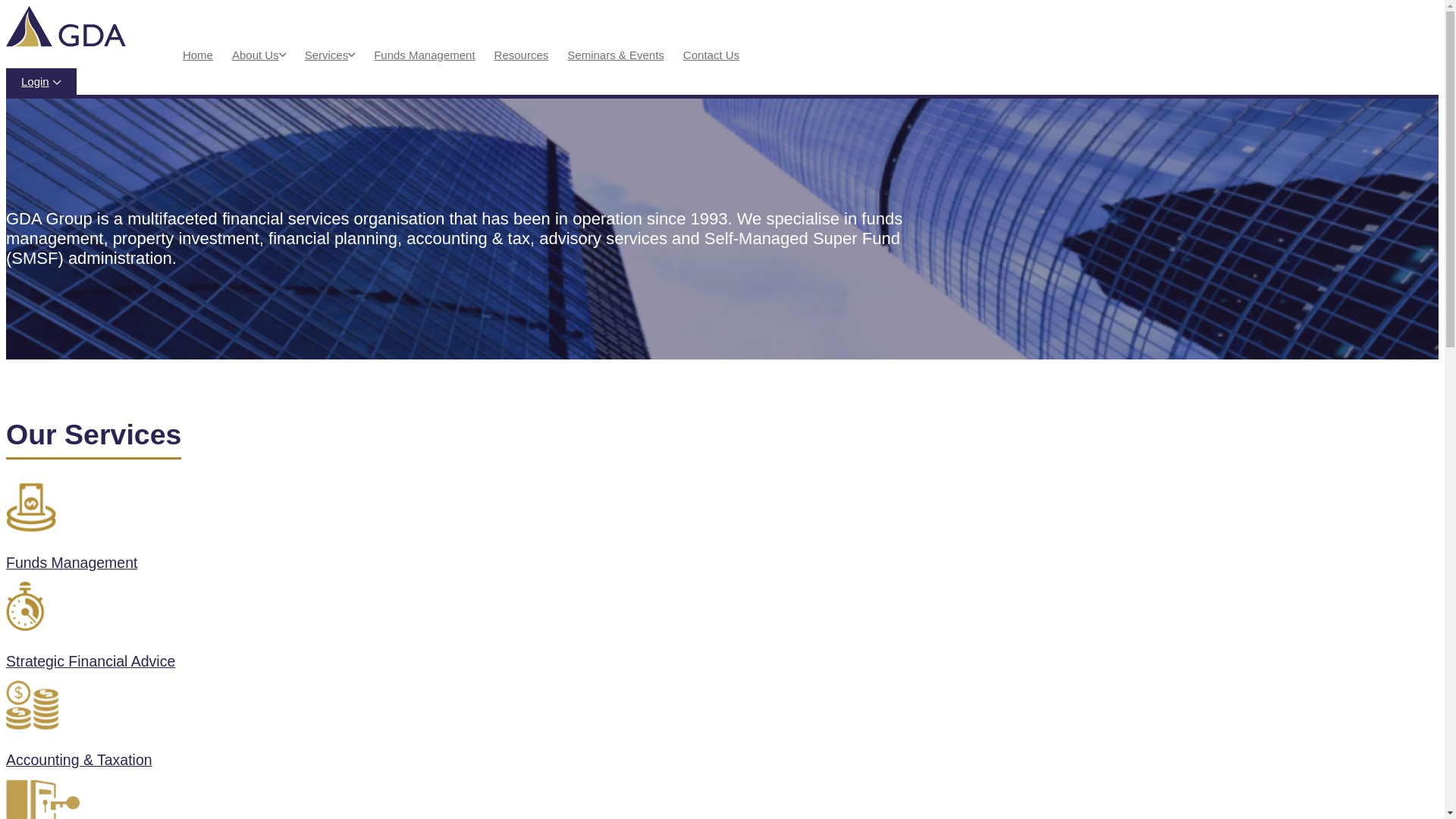  I want to click on 'Home', so click(196, 54).